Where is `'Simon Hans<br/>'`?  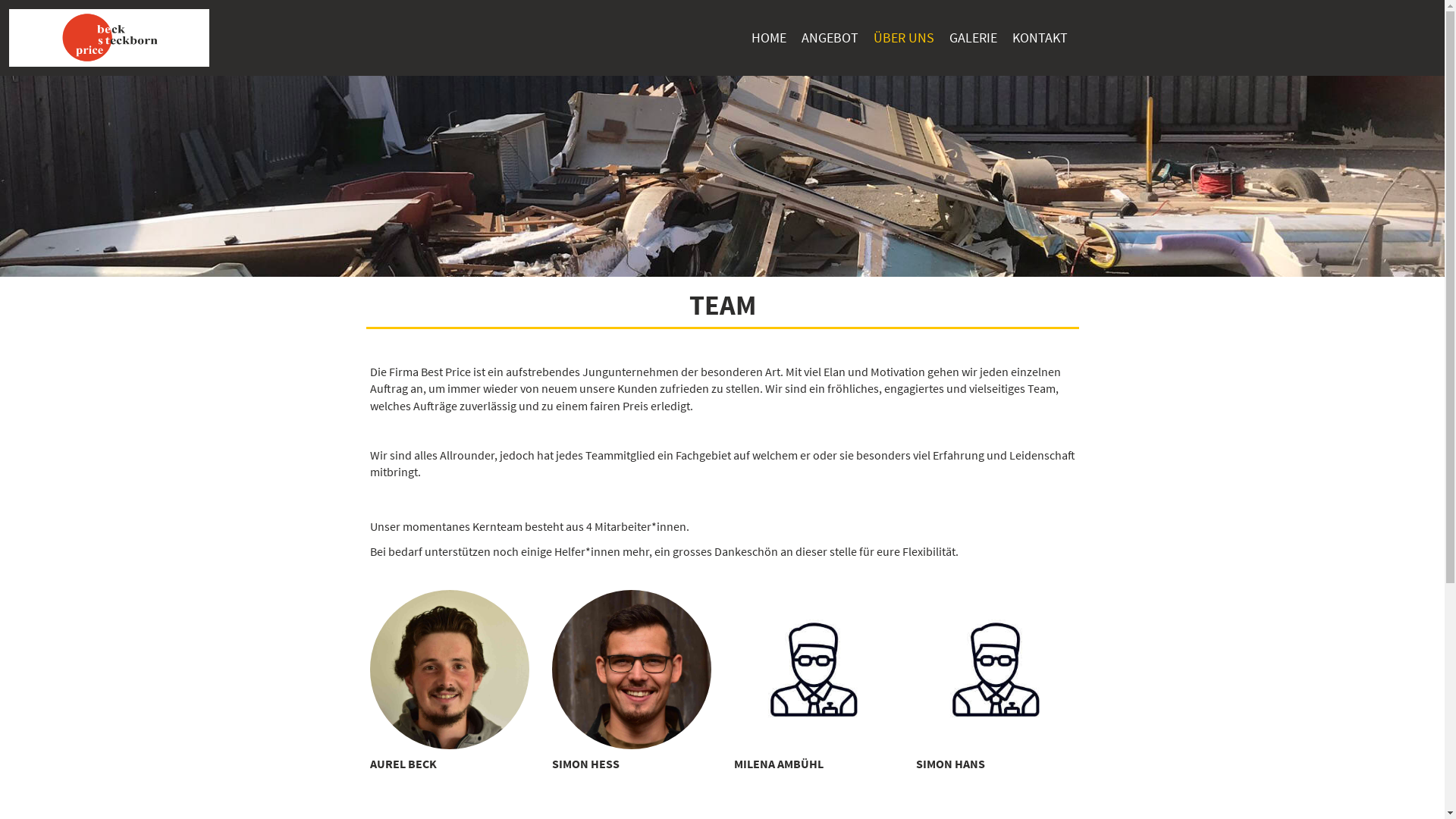 'Simon Hans<br/>' is located at coordinates (996, 669).